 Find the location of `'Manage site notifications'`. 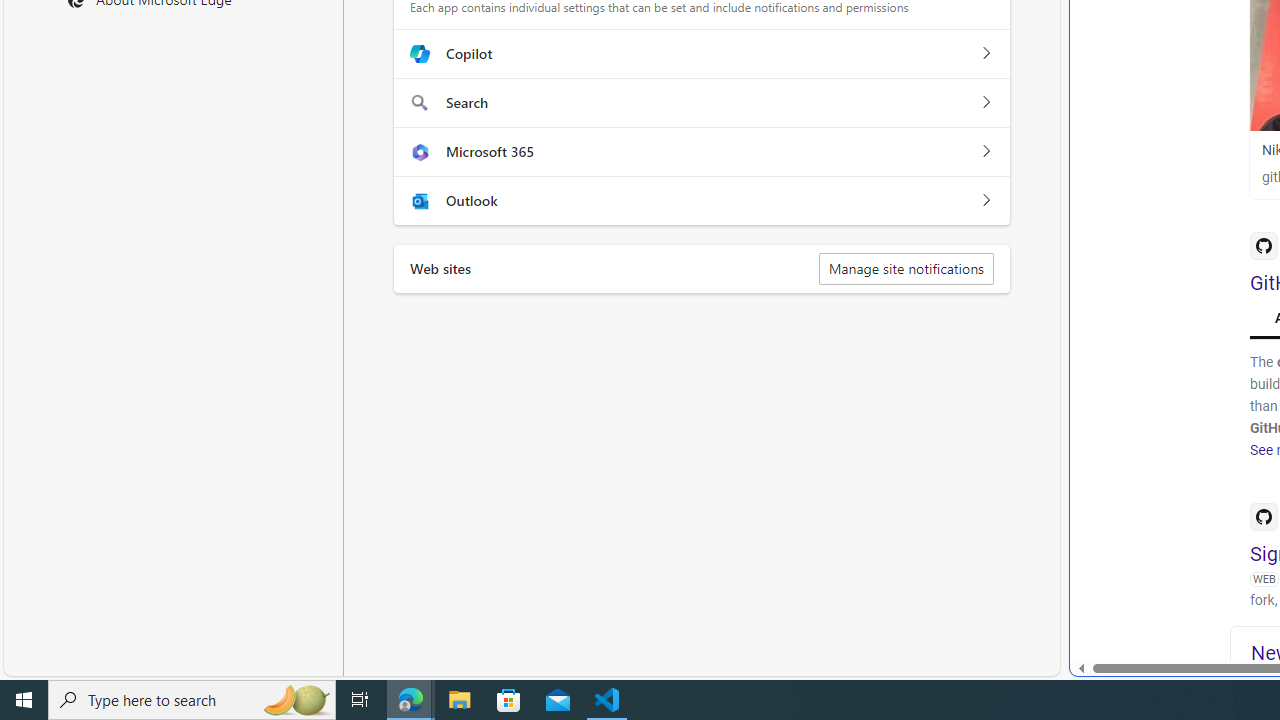

'Manage site notifications' is located at coordinates (905, 267).